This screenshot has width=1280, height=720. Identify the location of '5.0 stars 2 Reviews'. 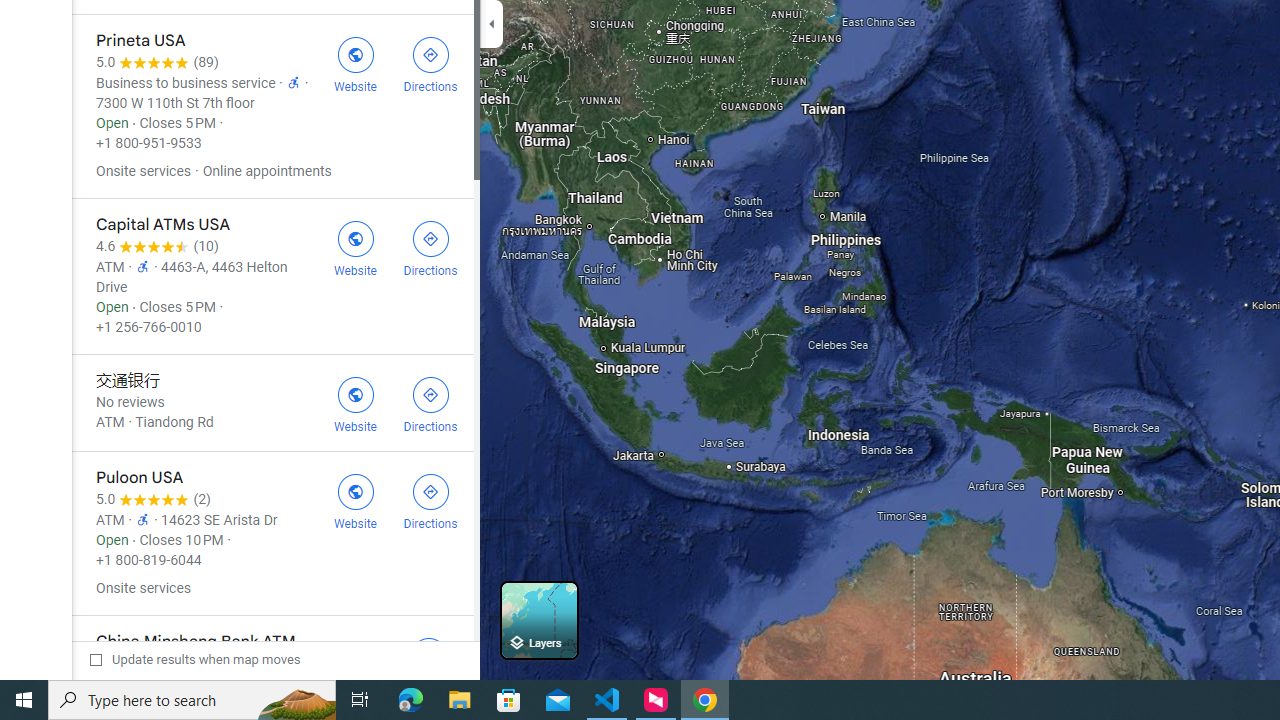
(152, 499).